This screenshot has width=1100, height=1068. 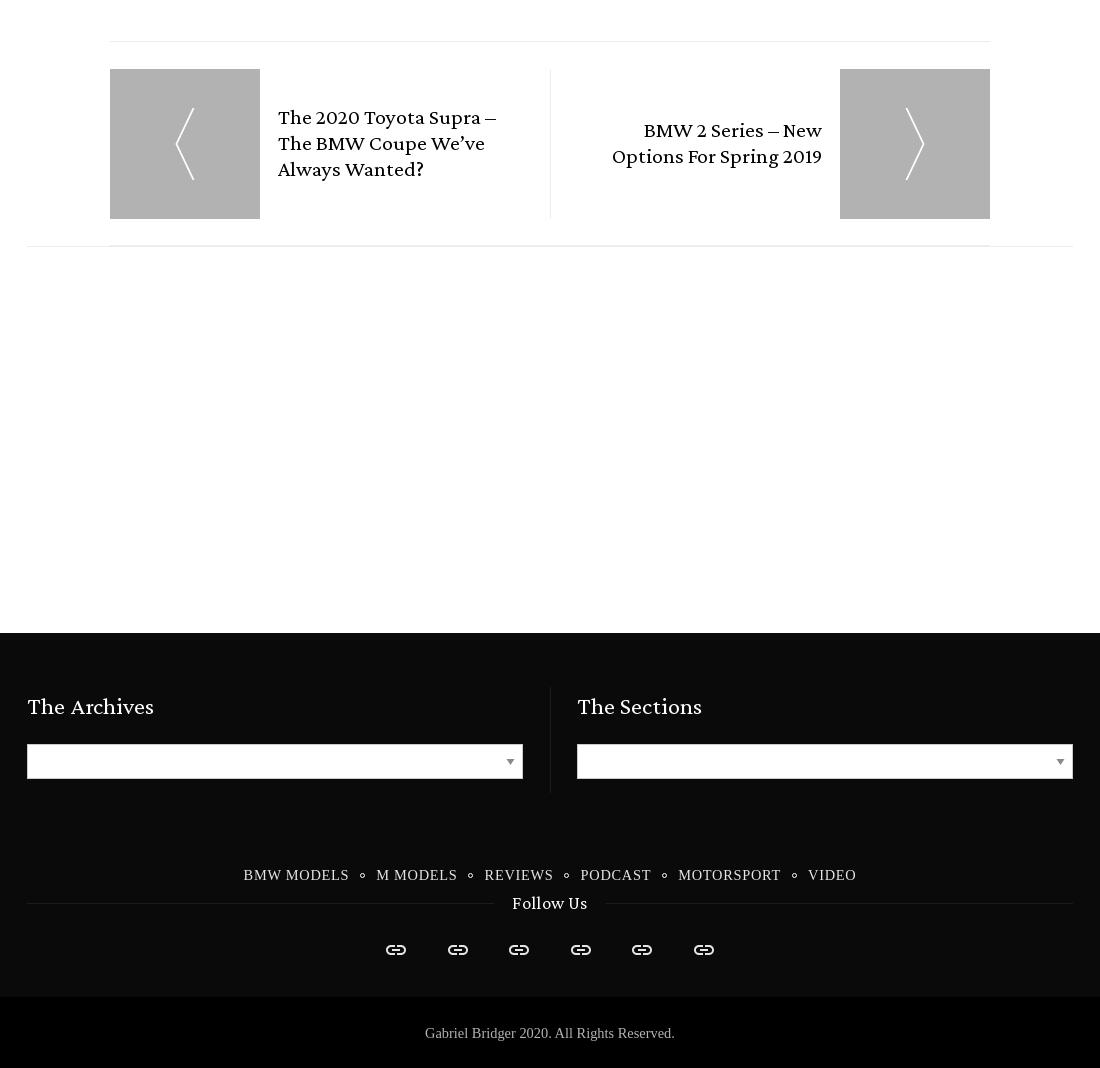 What do you see at coordinates (715, 145) in the screenshot?
I see `'BMW 2 Series – New Options for Spring 2019'` at bounding box center [715, 145].